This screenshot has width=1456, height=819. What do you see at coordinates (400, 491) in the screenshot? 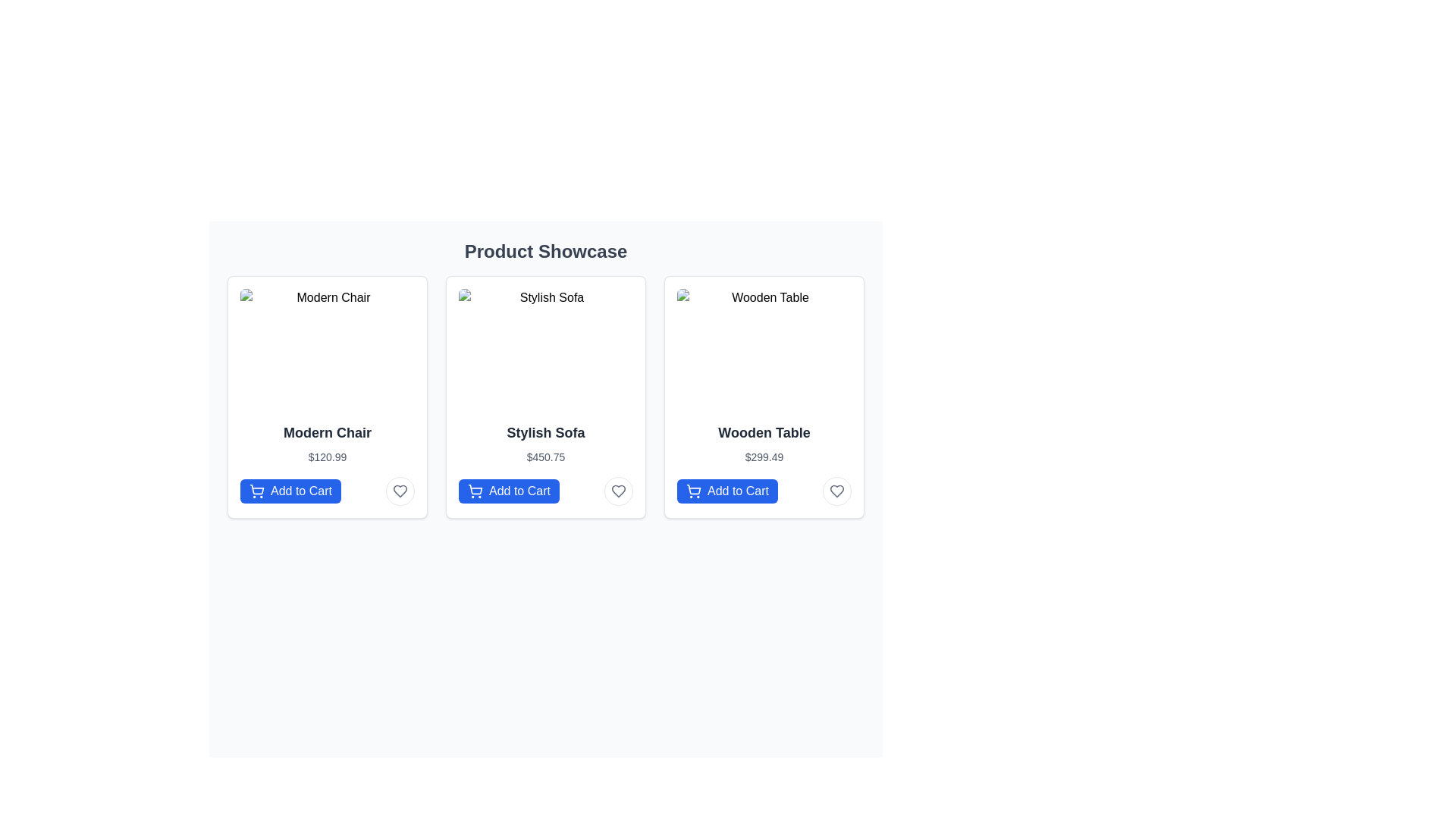
I see `the circular button with a heart-shaped icon located at the bottom right corner of the 'Stylish Sofa' product card` at bounding box center [400, 491].